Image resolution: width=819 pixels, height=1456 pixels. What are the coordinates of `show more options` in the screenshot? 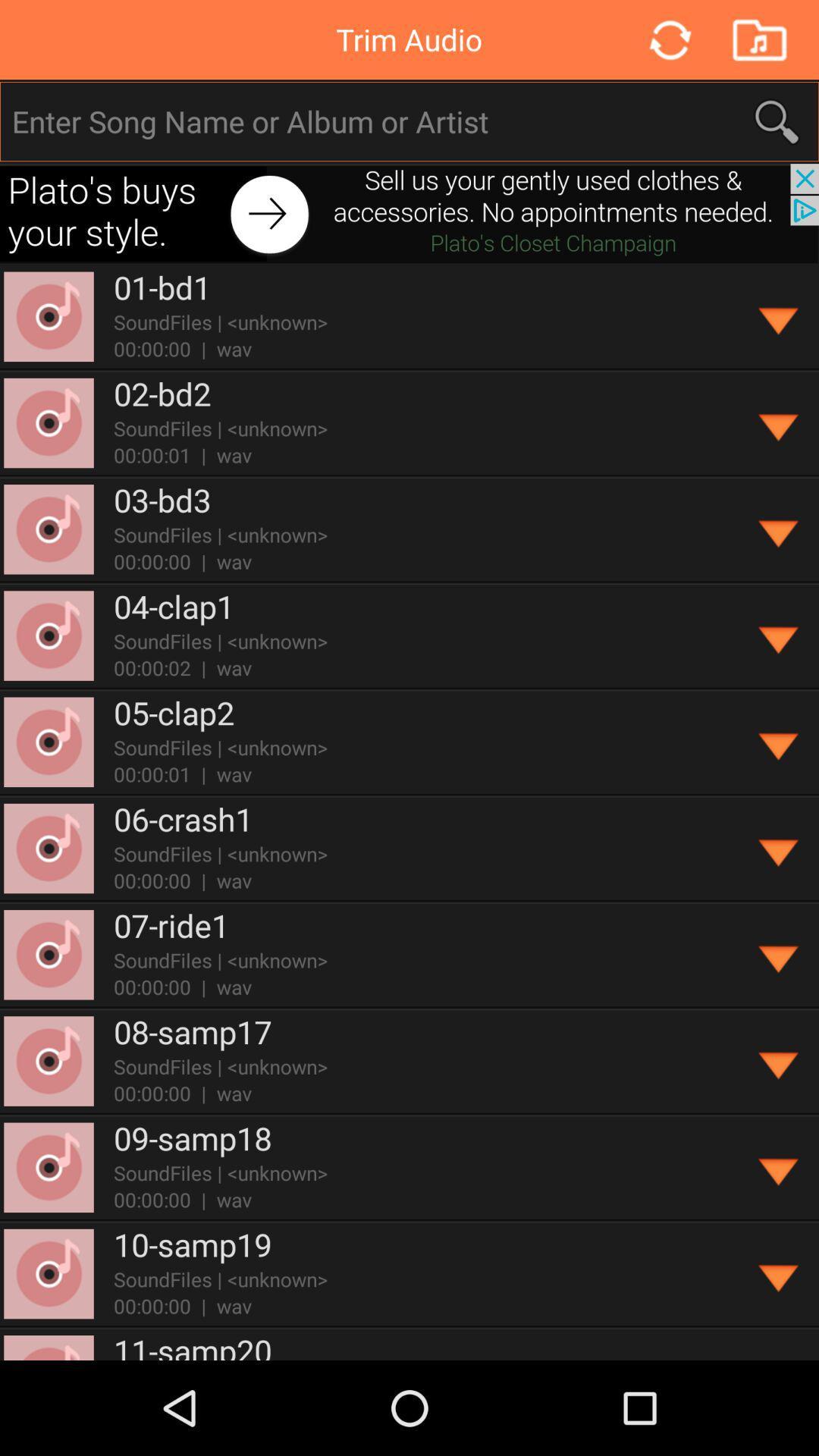 It's located at (779, 529).